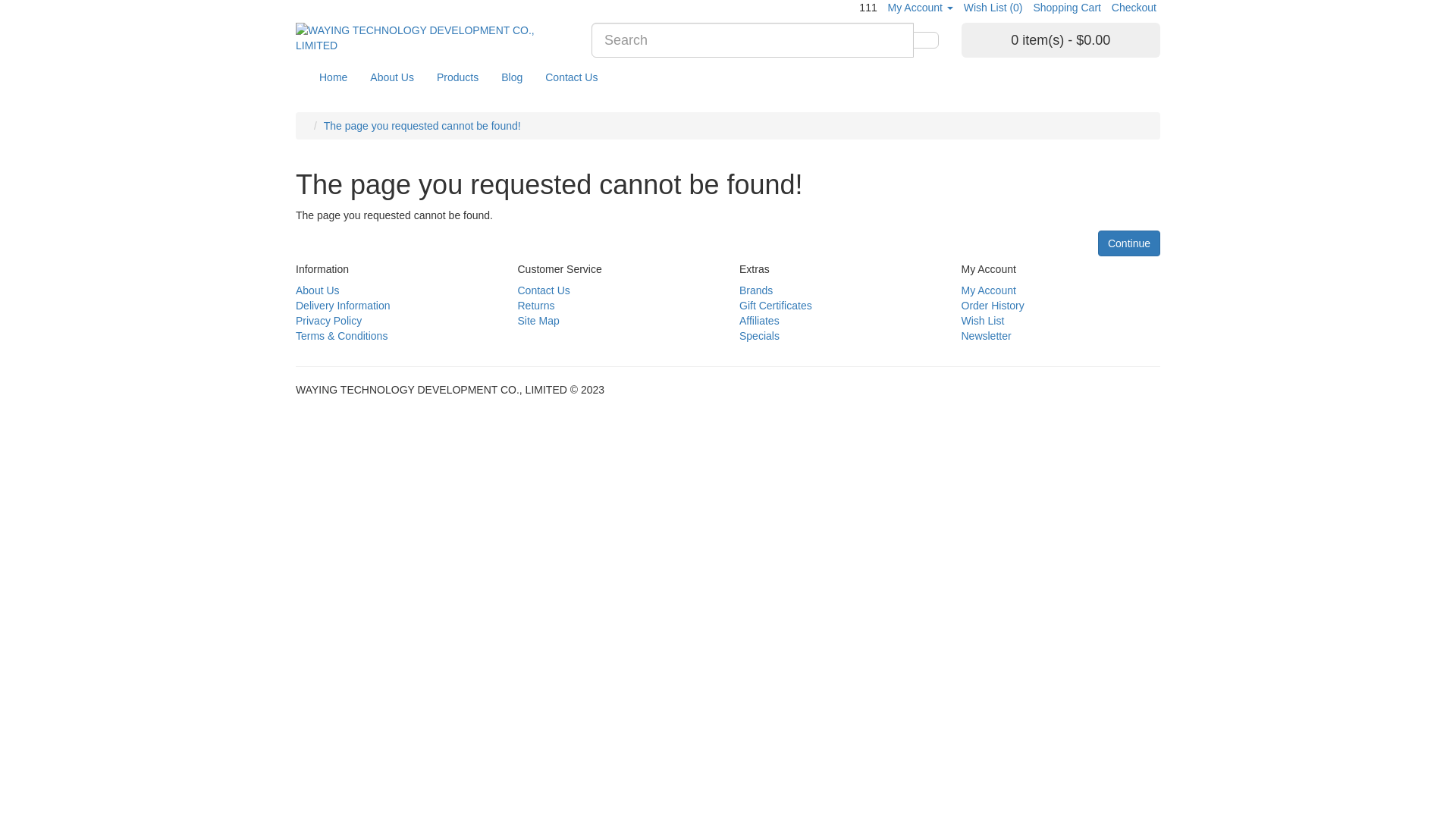 This screenshot has height=819, width=1456. Describe the element at coordinates (342, 305) in the screenshot. I see `'Delivery Information'` at that location.